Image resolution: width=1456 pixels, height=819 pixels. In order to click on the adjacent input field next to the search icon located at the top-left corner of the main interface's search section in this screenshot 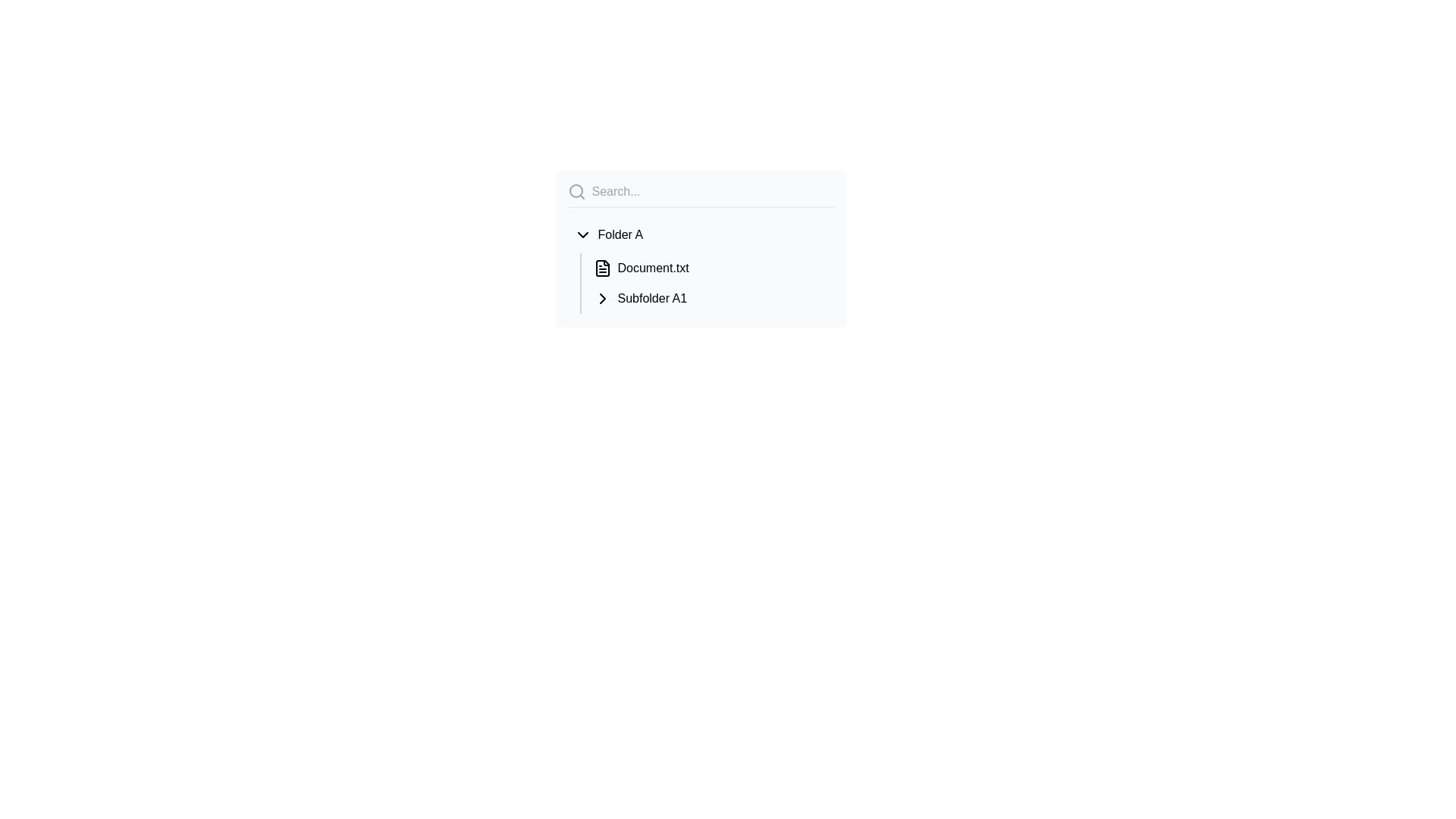, I will do `click(576, 191)`.